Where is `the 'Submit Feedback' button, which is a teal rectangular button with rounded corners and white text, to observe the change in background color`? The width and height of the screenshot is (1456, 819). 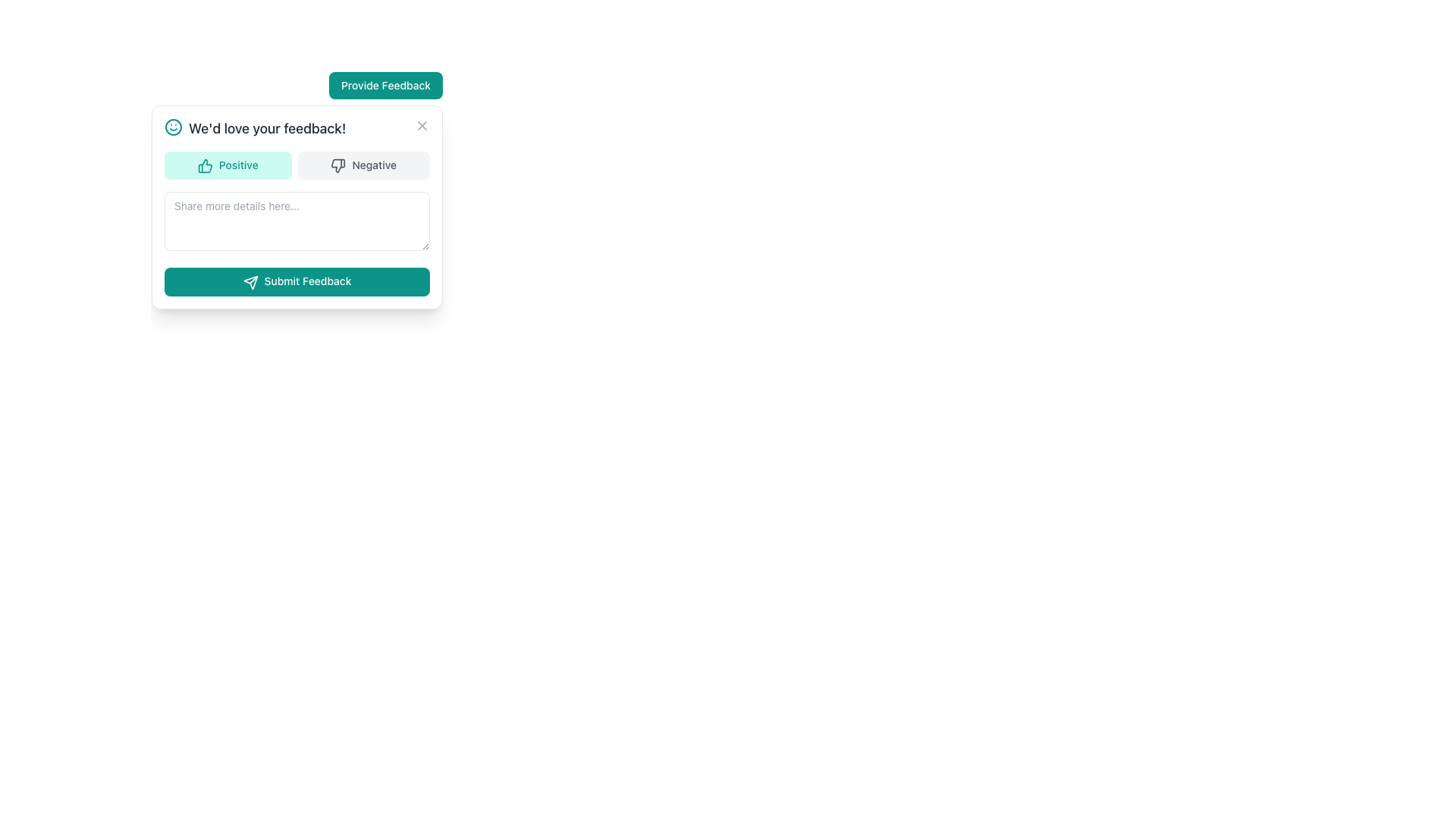 the 'Submit Feedback' button, which is a teal rectangular button with rounded corners and white text, to observe the change in background color is located at coordinates (297, 281).